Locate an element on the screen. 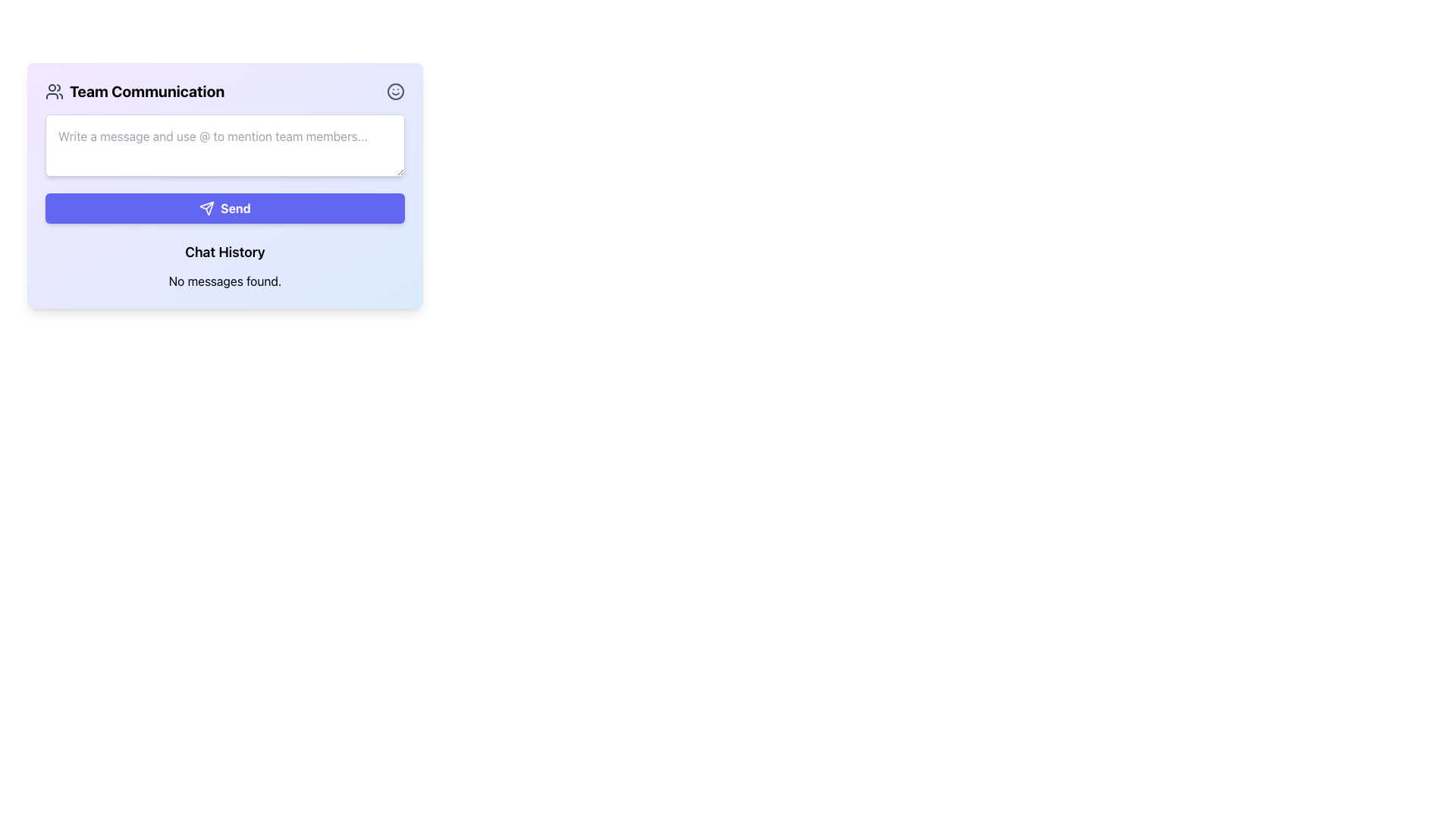  the paper airplane icon inside the 'Send' button, which is located below the input field for messages is located at coordinates (206, 208).